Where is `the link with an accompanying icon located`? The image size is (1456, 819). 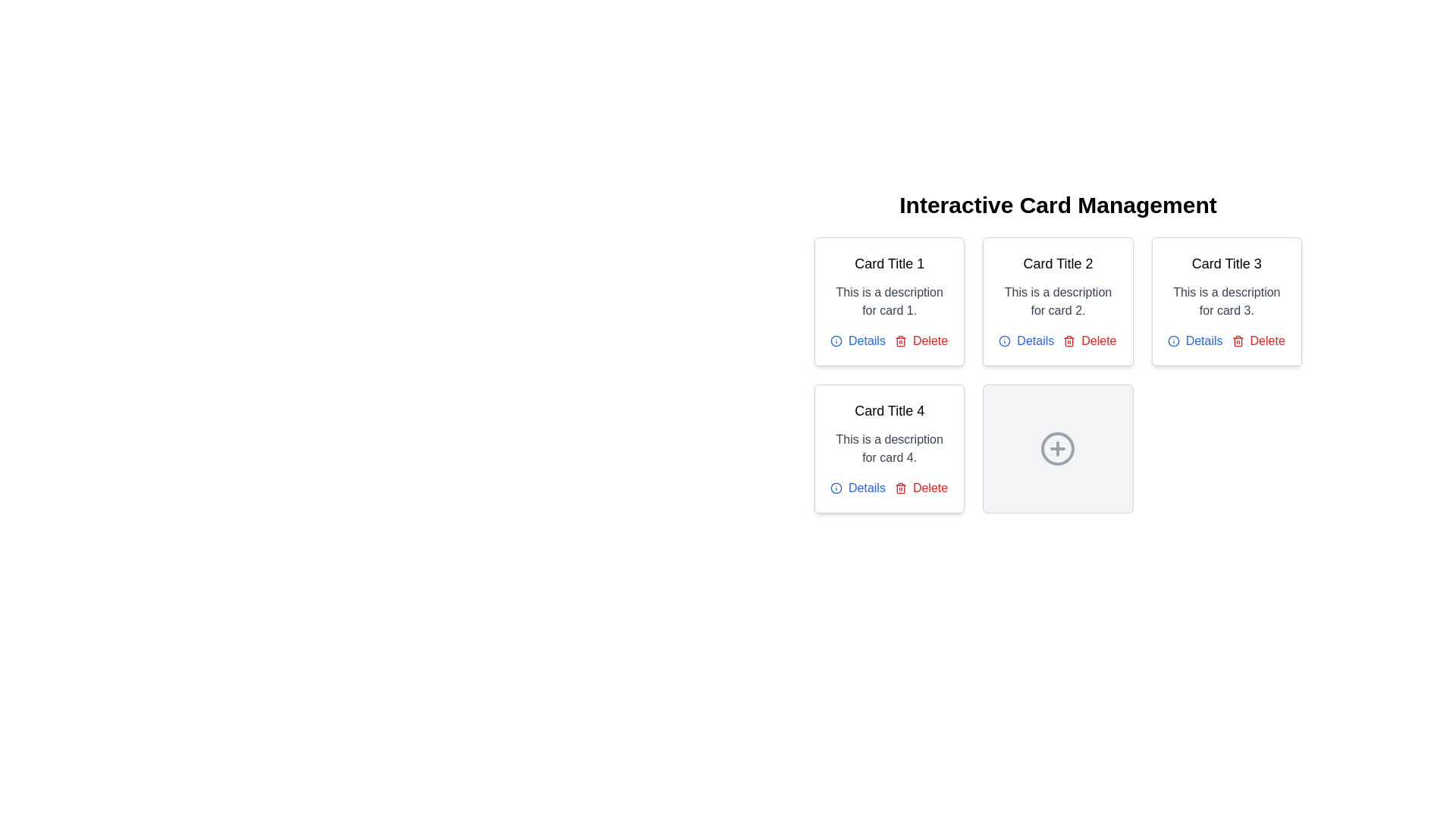 the link with an accompanying icon located is located at coordinates (858, 341).